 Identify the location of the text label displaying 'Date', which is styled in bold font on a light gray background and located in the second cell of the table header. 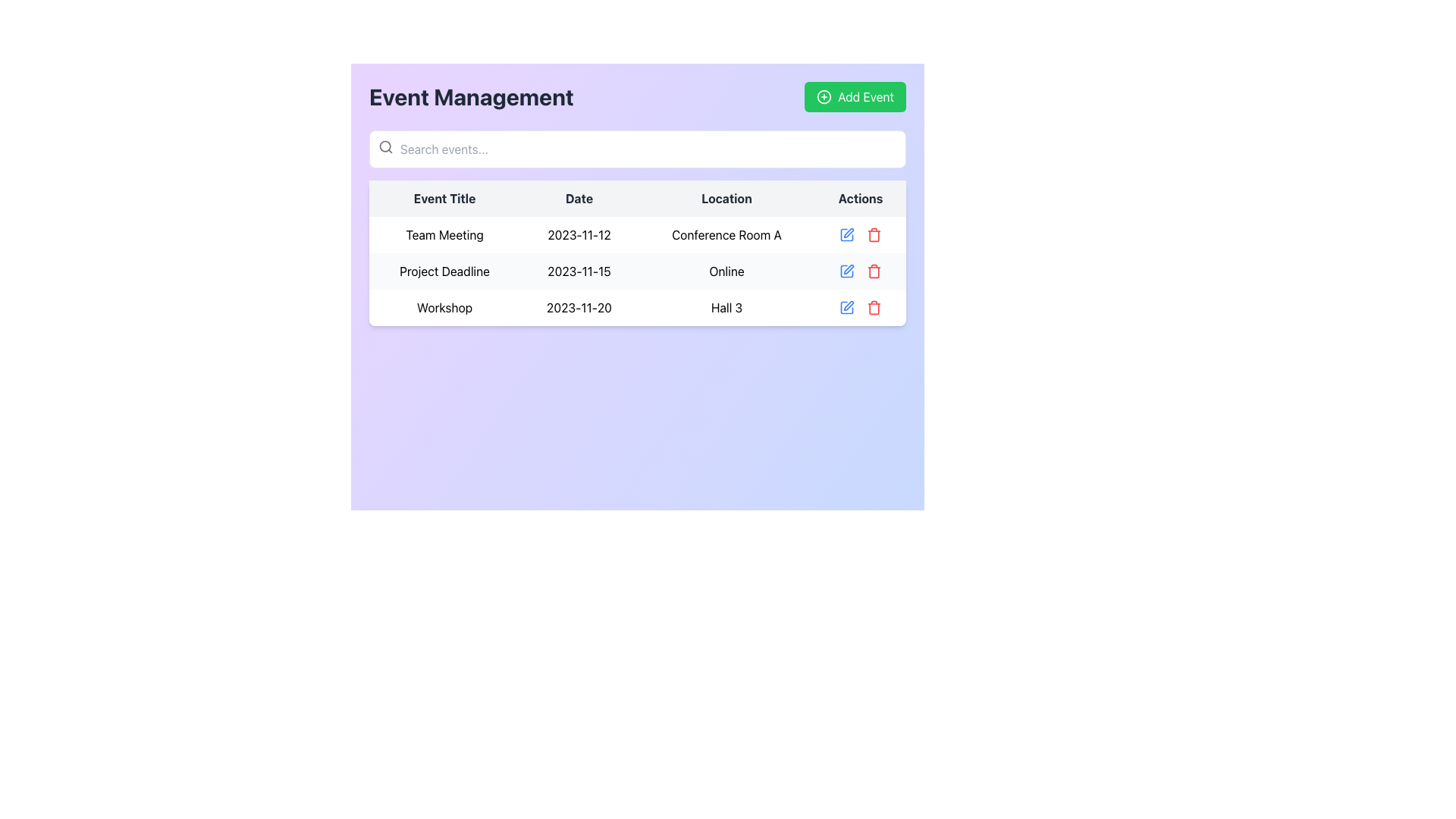
(578, 198).